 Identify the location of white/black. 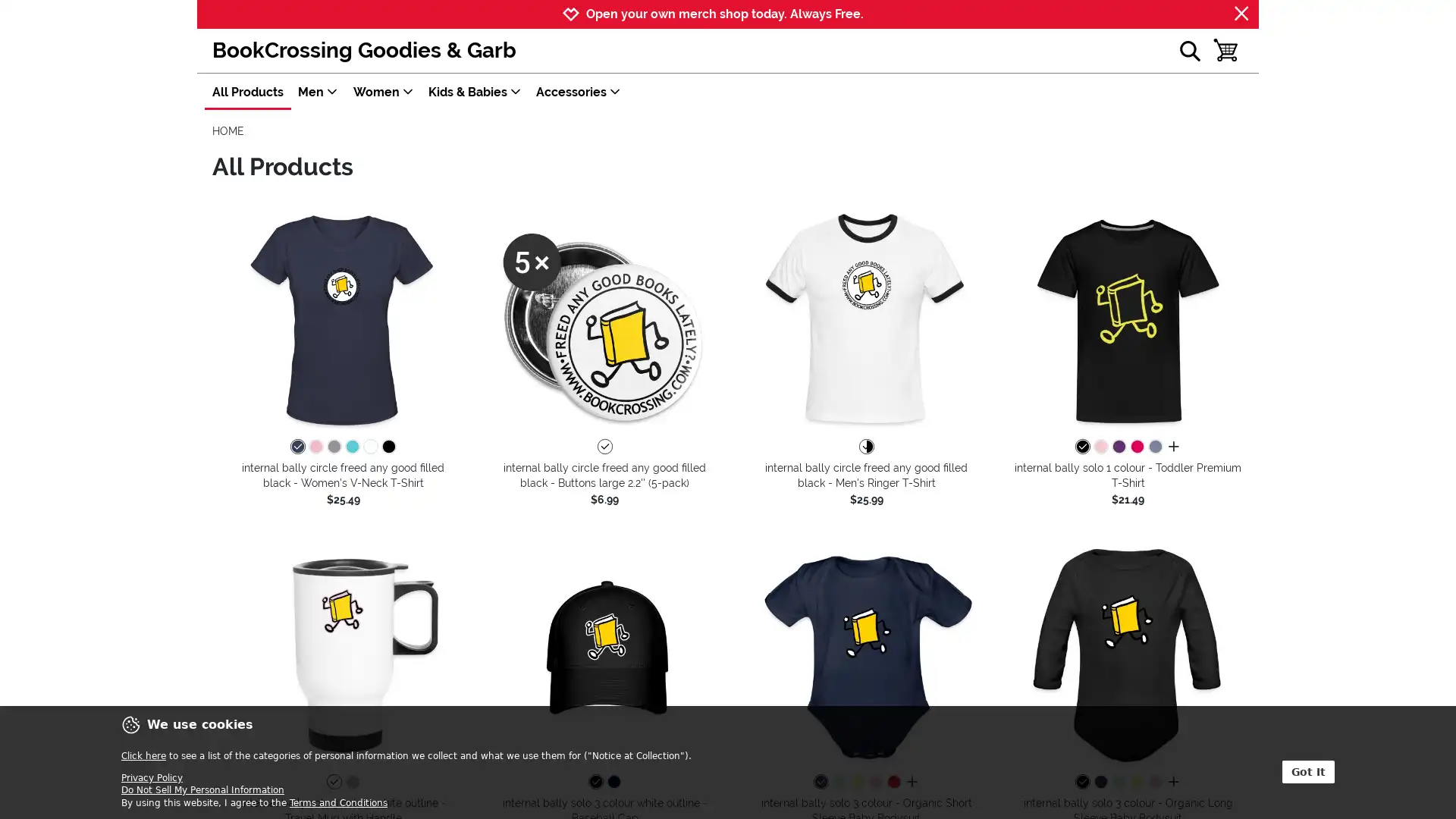
(866, 447).